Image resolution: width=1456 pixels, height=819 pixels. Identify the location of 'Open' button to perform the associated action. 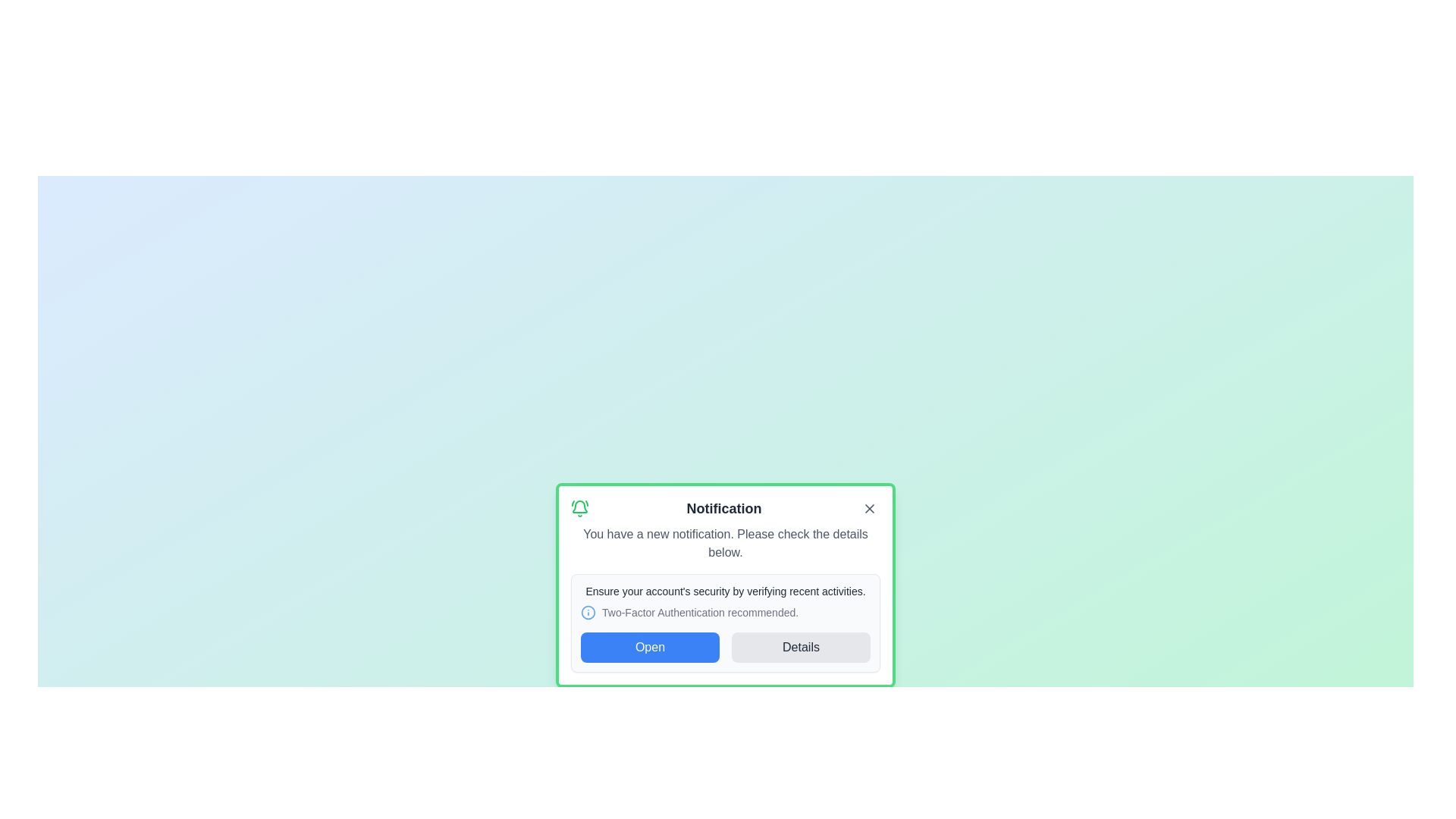
(650, 647).